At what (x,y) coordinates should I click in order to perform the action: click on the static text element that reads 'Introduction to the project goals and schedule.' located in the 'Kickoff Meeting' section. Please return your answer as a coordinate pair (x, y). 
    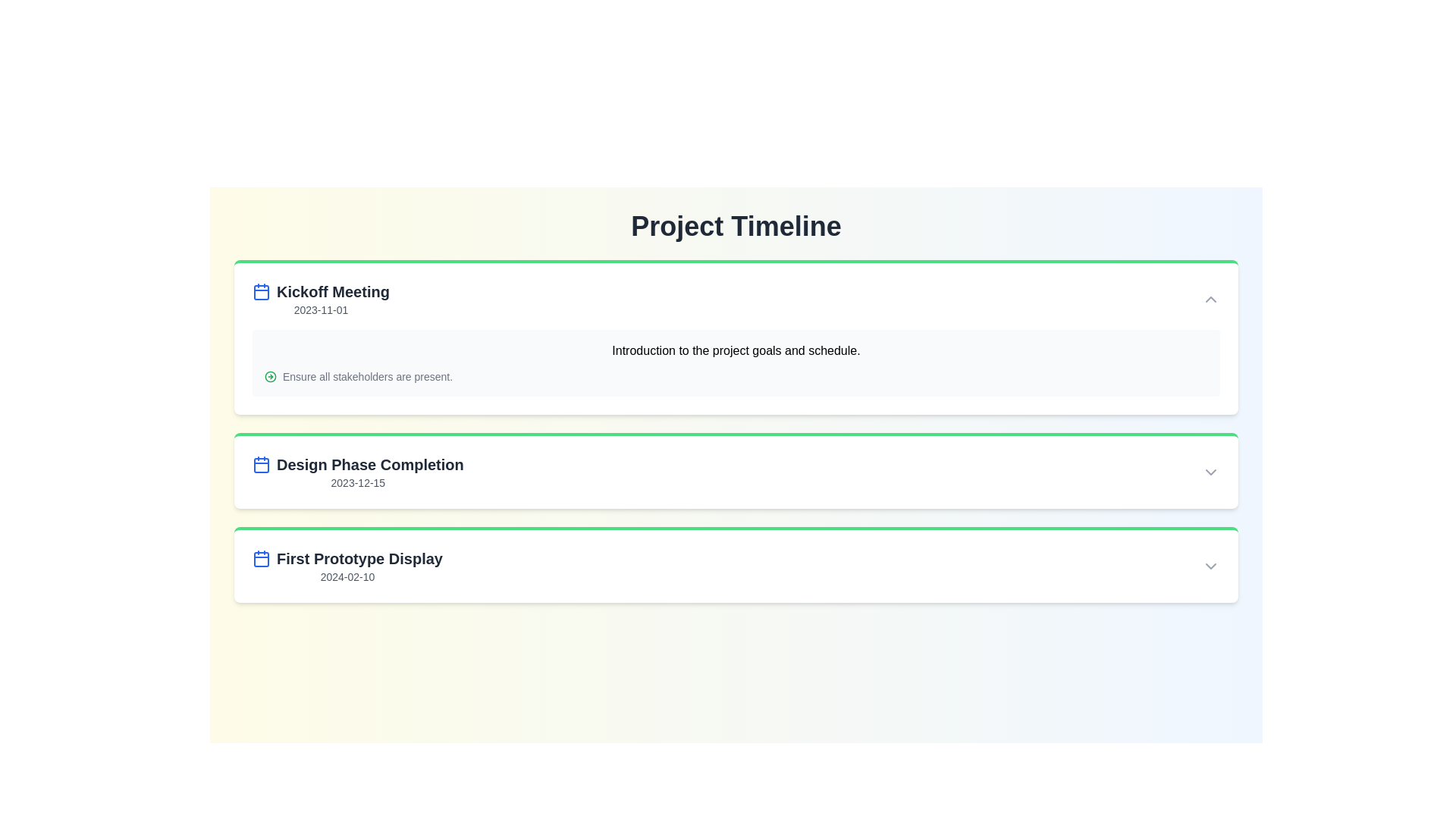
    Looking at the image, I should click on (736, 350).